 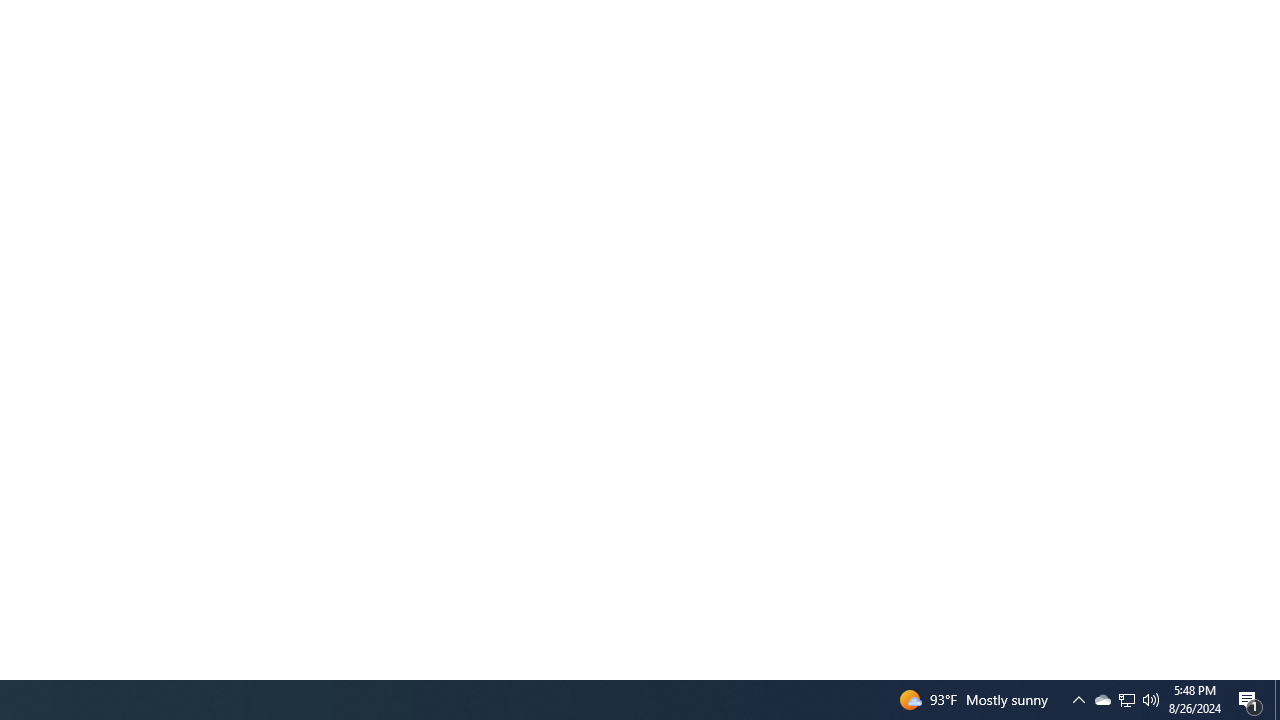 I want to click on 'Notification Chevron', so click(x=1101, y=698).